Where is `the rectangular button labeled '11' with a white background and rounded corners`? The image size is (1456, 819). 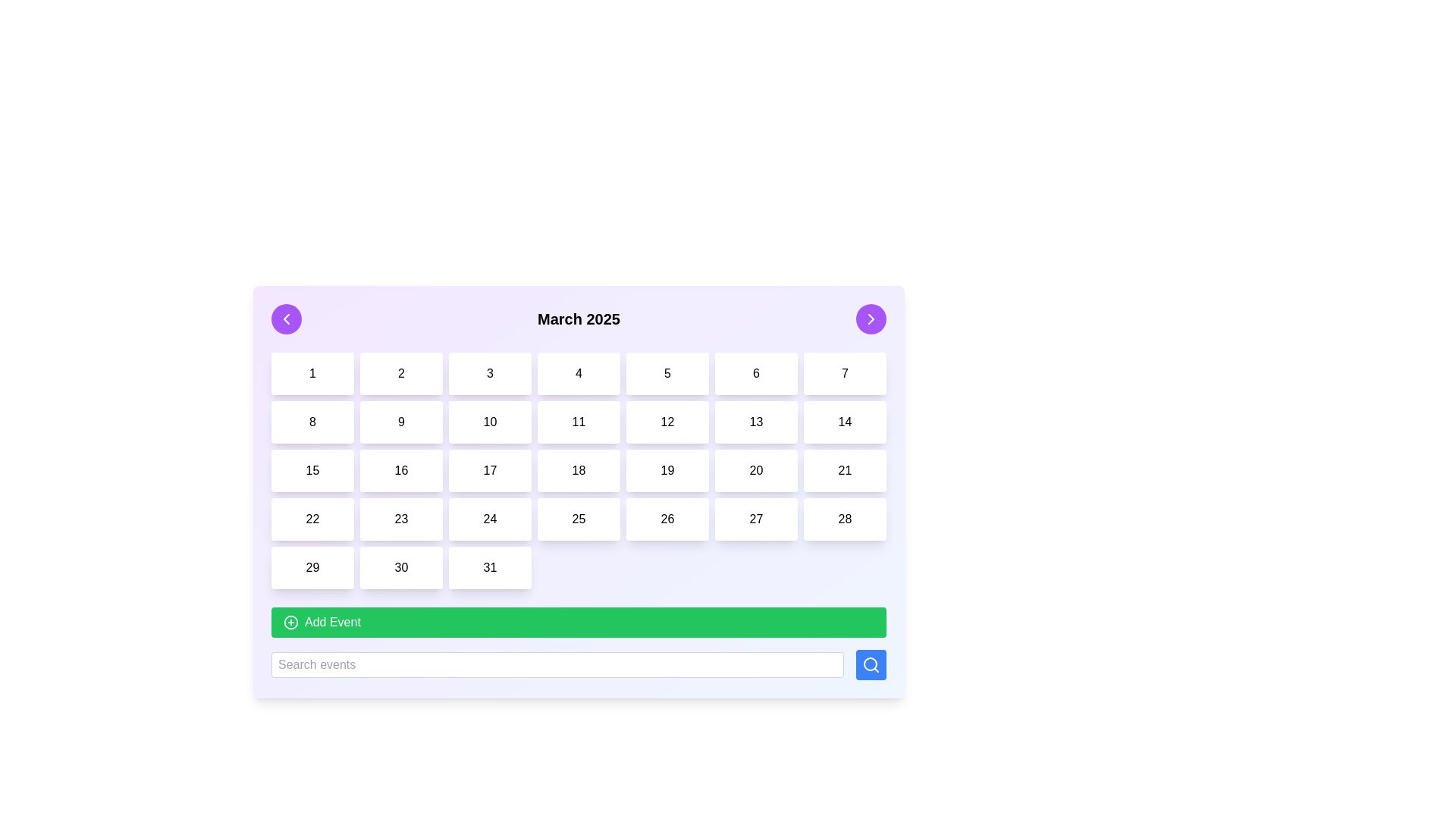 the rectangular button labeled '11' with a white background and rounded corners is located at coordinates (578, 422).